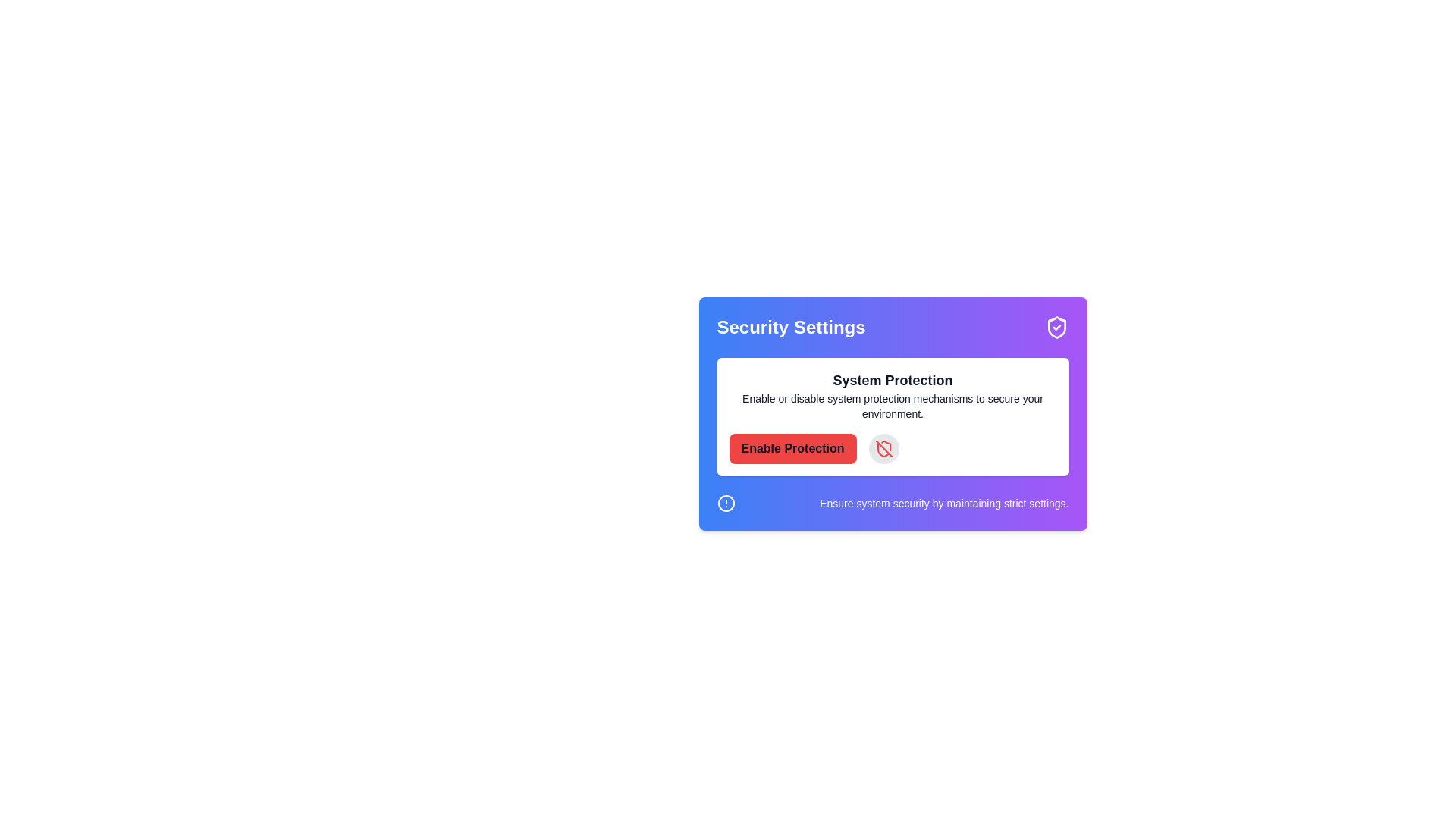  Describe the element at coordinates (893, 503) in the screenshot. I see `the Informational Section that contains a warning icon on the left and a message reading 'Ensure system security by maintaining strict settings.' in white font over a blue and purple gradient background` at that location.